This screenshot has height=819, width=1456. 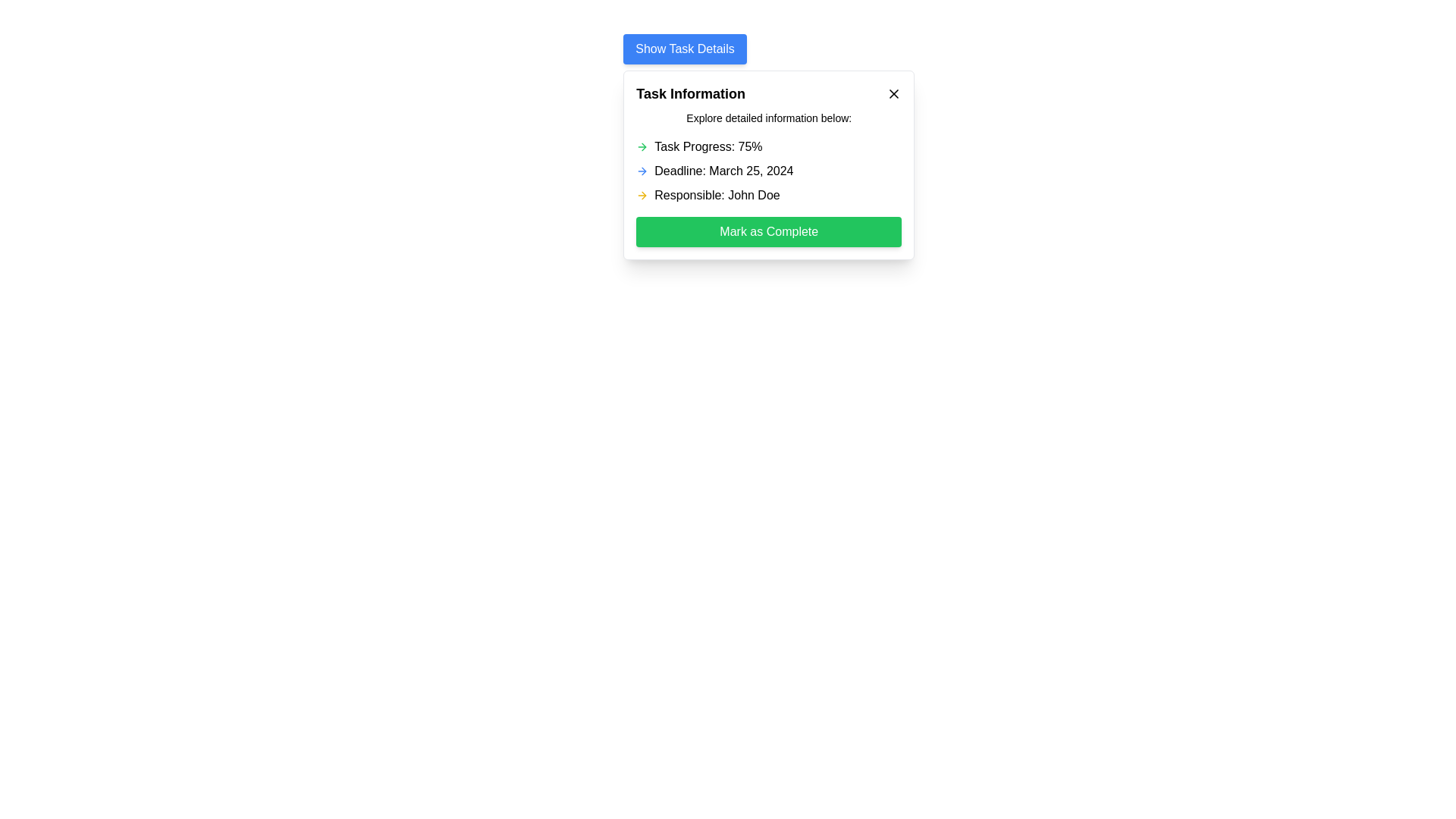 I want to click on the button located at the top of the task details modal, so click(x=684, y=49).